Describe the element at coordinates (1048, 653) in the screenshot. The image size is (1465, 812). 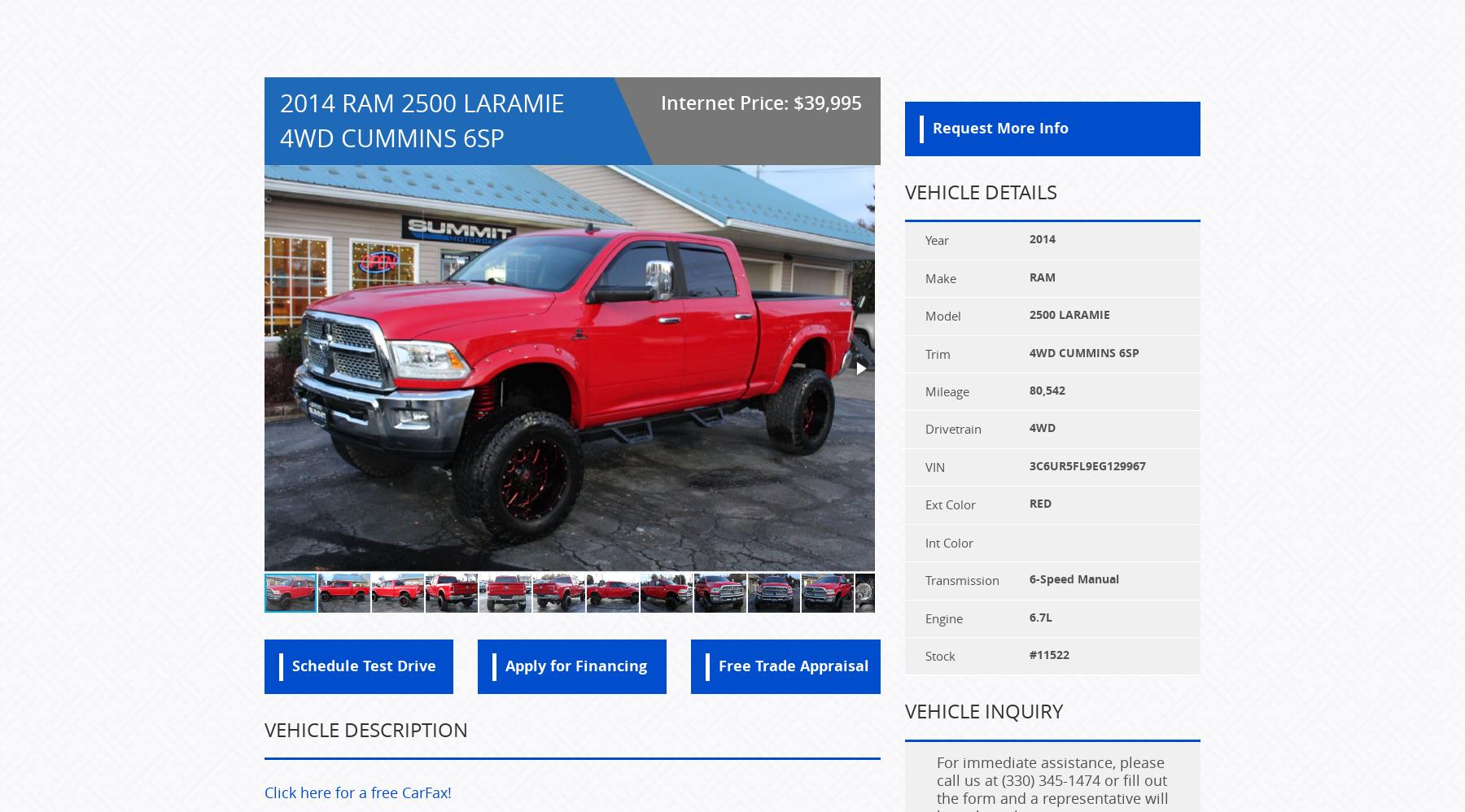
I see `'#11522'` at that location.